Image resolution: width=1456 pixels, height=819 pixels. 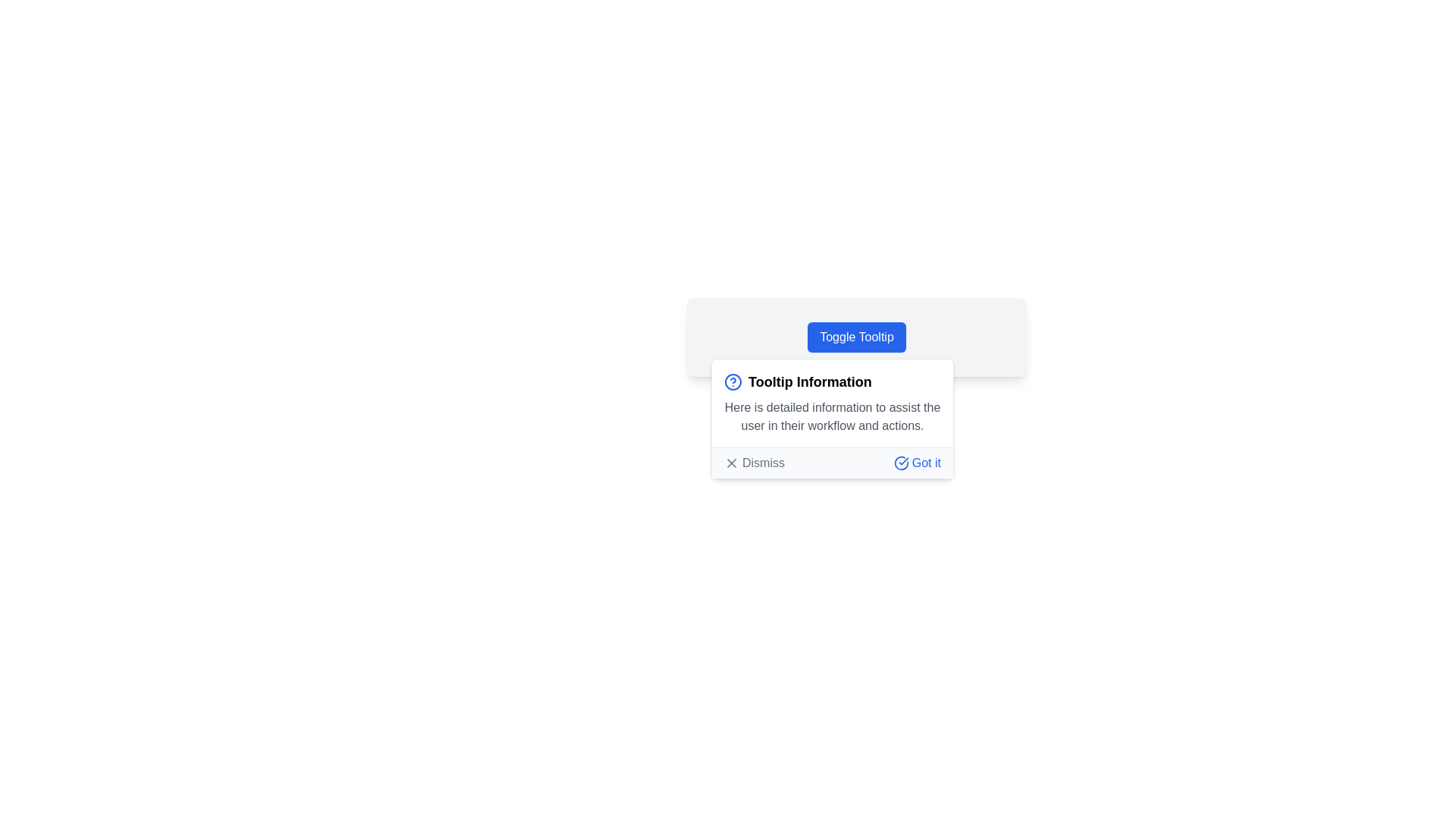 What do you see at coordinates (901, 462) in the screenshot?
I see `the icon indicating a completed action, located to the left of the 'Got it' text in the tooltip dialog box` at bounding box center [901, 462].